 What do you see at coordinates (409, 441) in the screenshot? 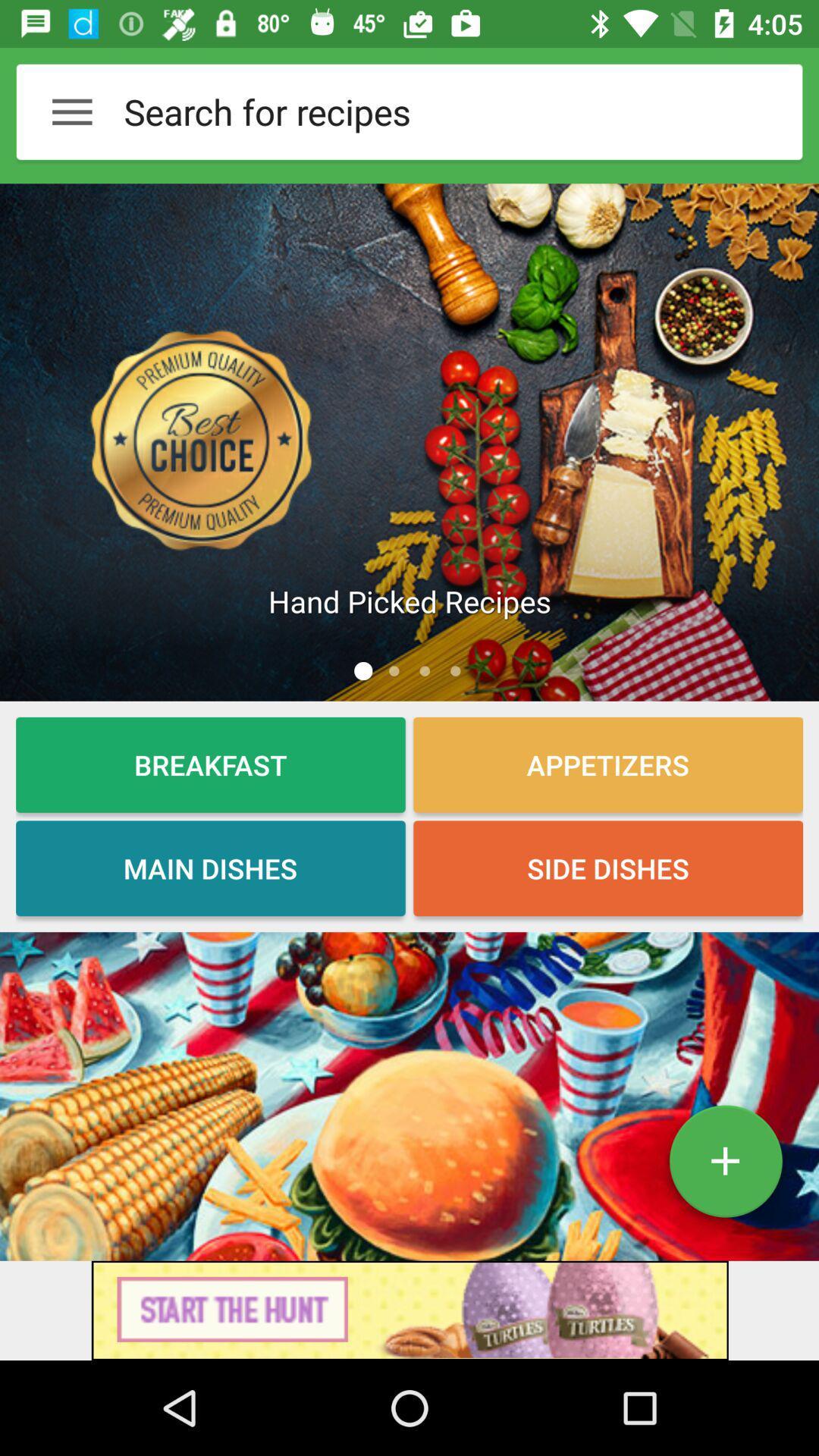
I see `article` at bounding box center [409, 441].